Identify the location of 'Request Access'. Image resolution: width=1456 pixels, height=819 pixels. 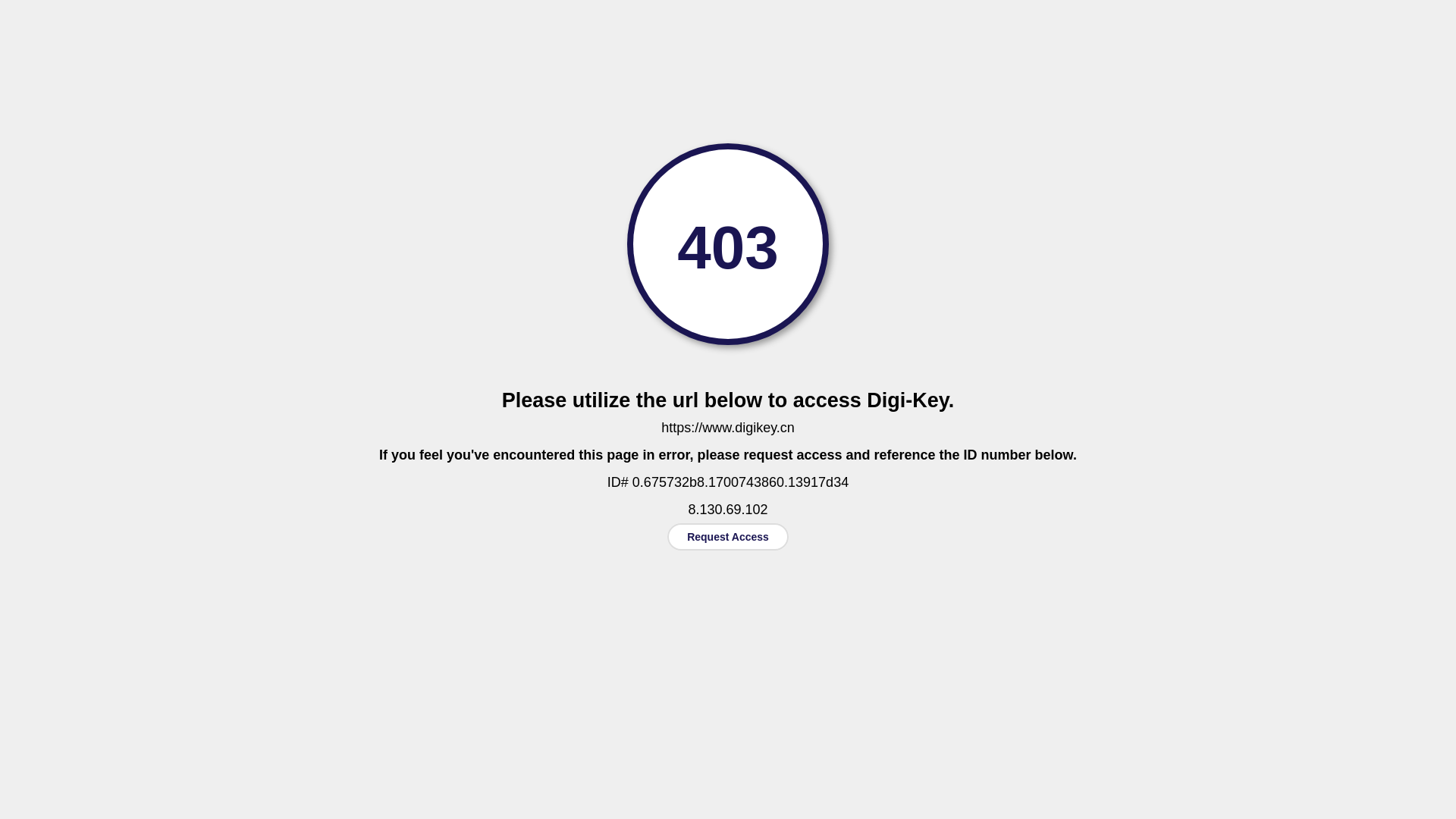
(728, 536).